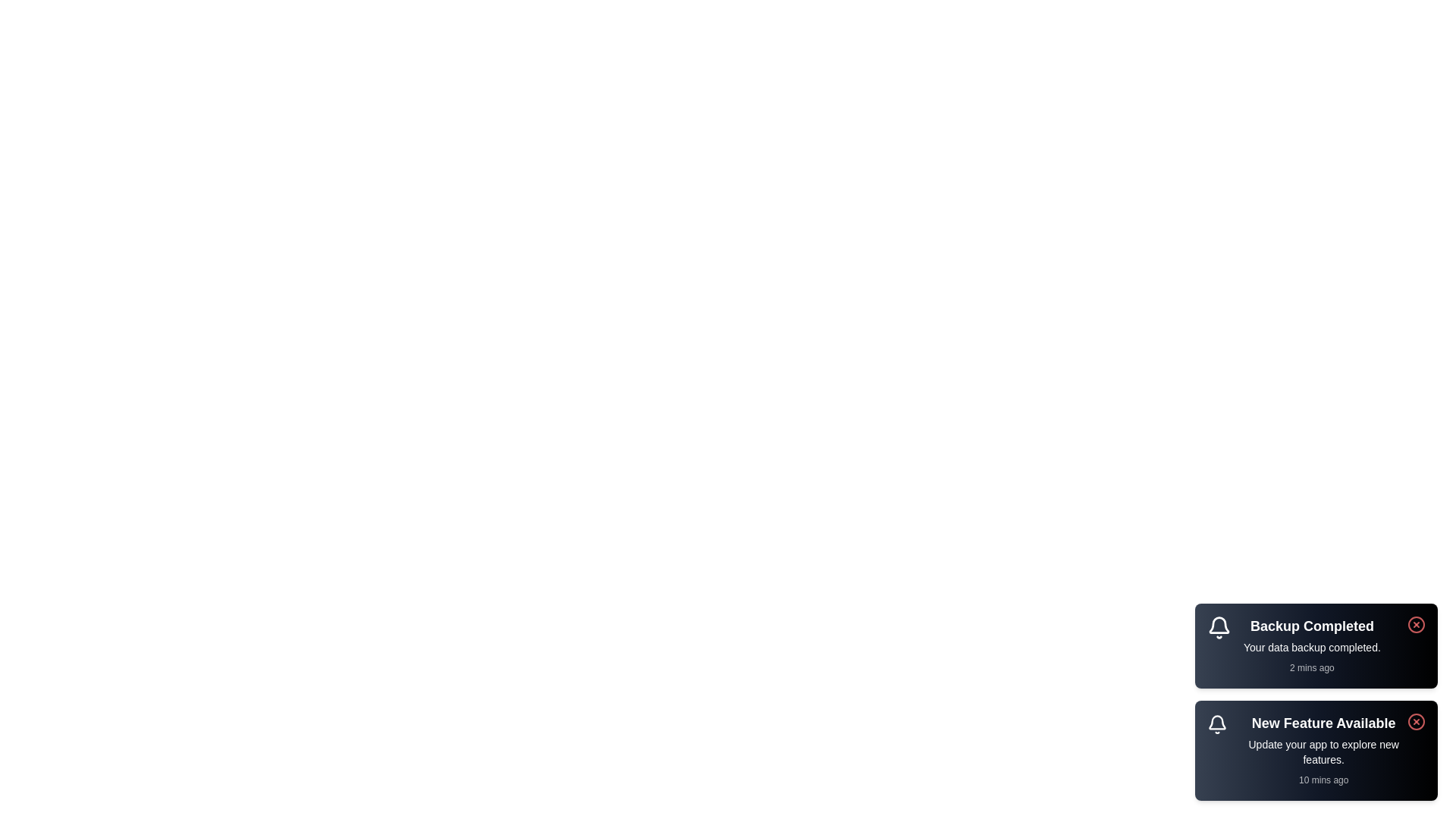  I want to click on the icon next to the snackbar message for New Feature Available, so click(1216, 724).